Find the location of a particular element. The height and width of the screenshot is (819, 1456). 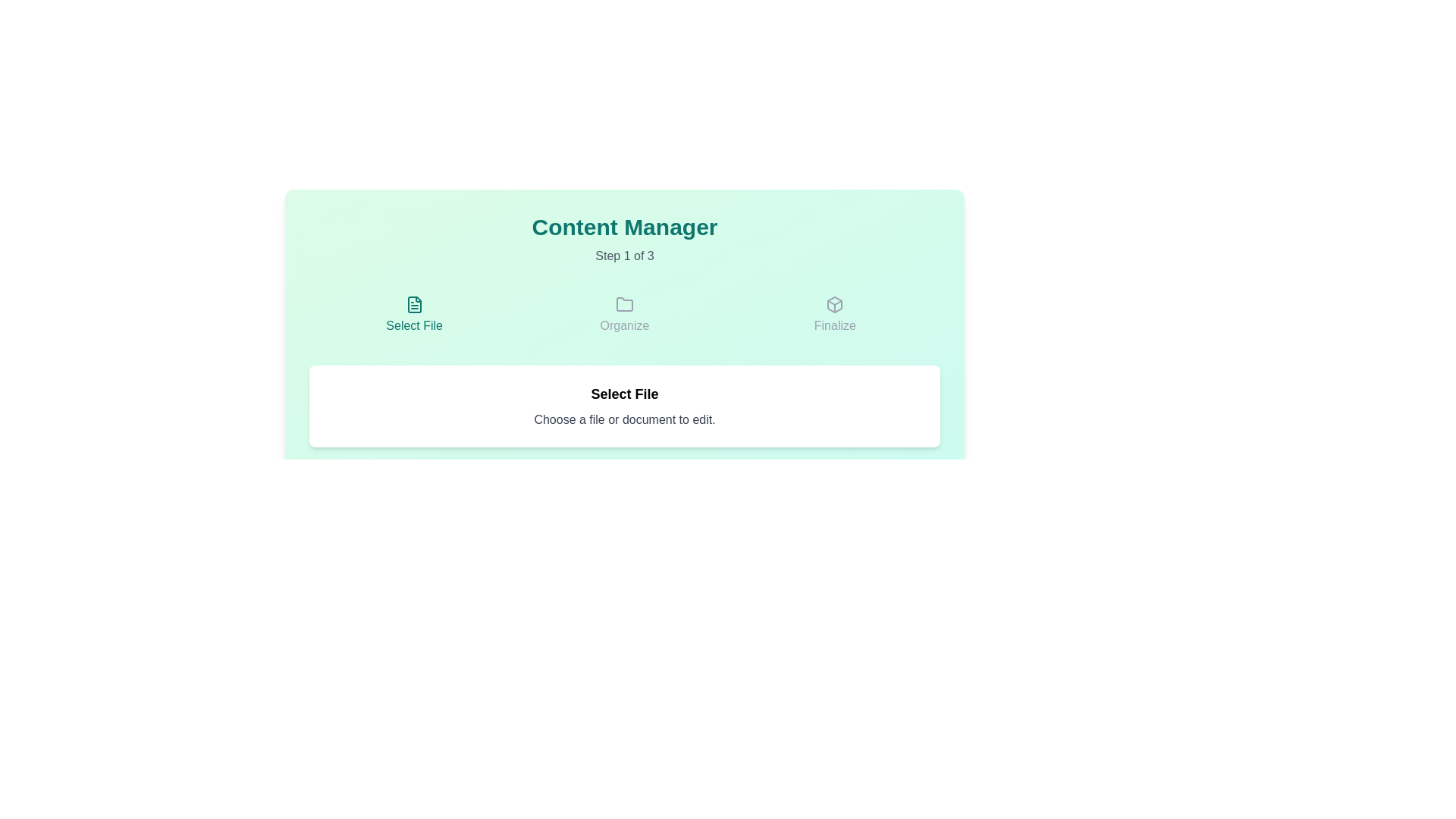

the folder icon located under the 'Organize' label, centered in the second column beneath 'Content Manager: Step 1 of 3' is located at coordinates (625, 304).